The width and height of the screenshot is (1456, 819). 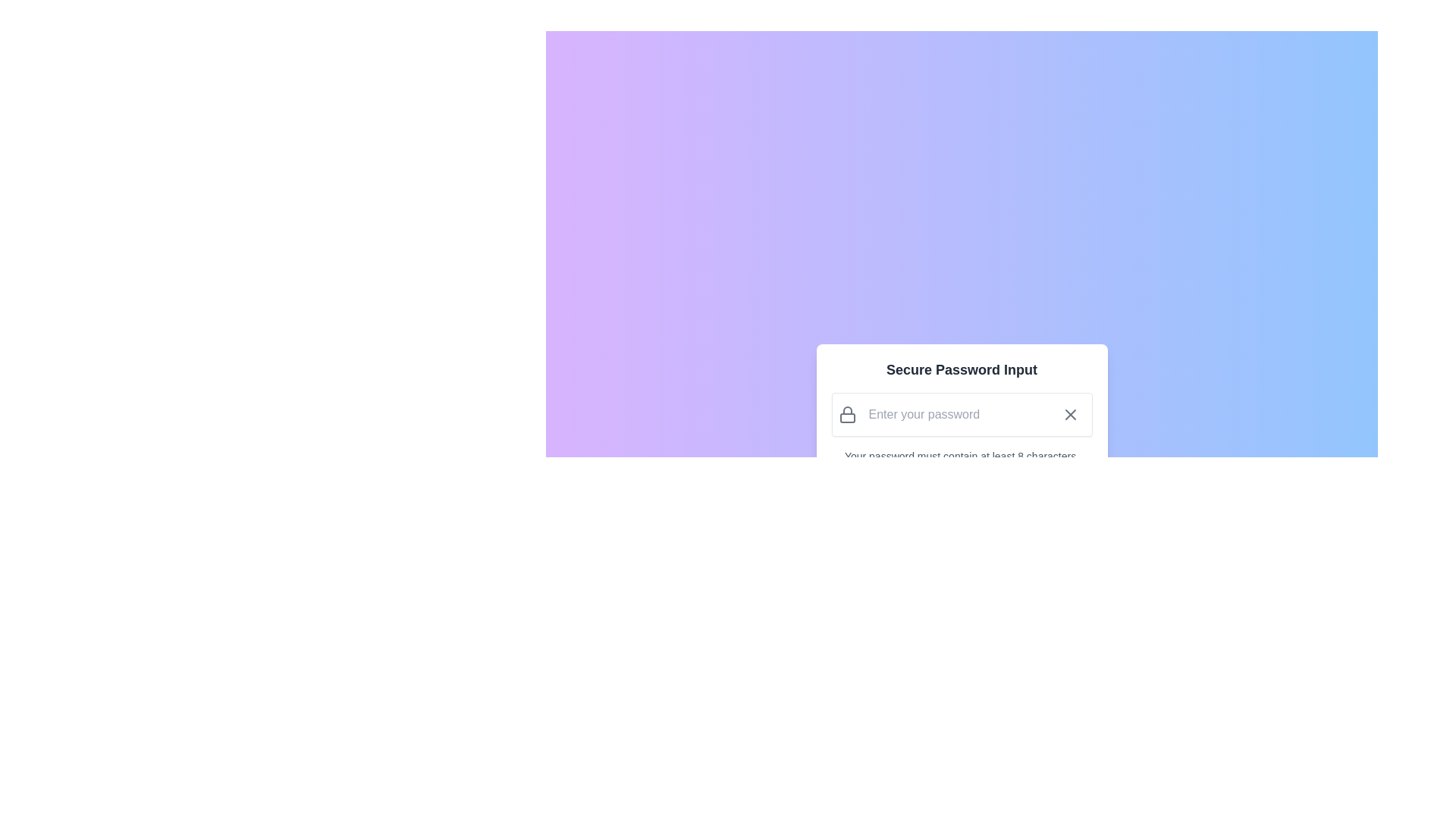 What do you see at coordinates (1069, 415) in the screenshot?
I see `the circular 'X' icon in dark gray to clear the associated password input field` at bounding box center [1069, 415].